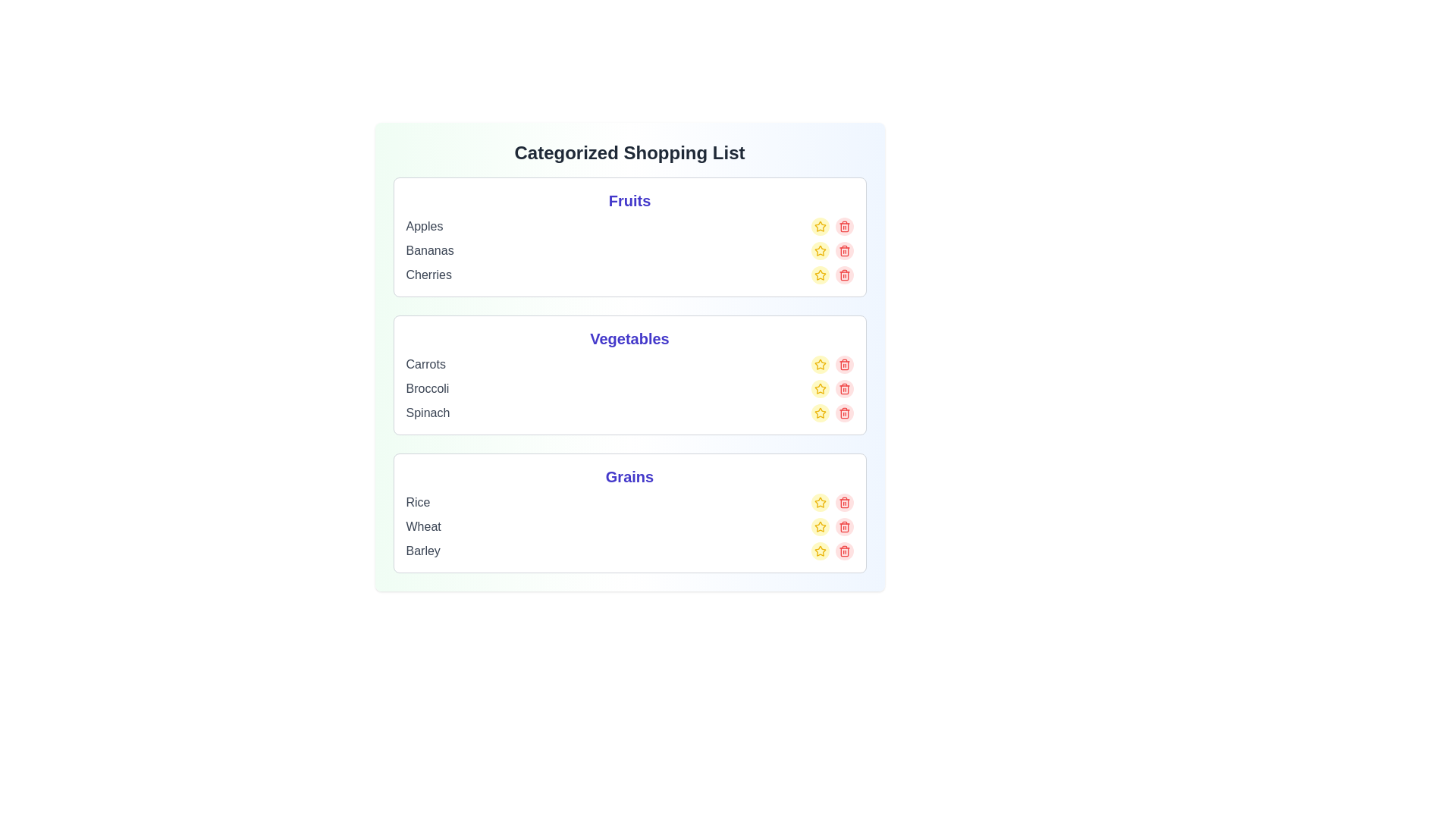 The height and width of the screenshot is (819, 1456). I want to click on the star icon of the item Wheat to mark it as favorite, so click(819, 526).